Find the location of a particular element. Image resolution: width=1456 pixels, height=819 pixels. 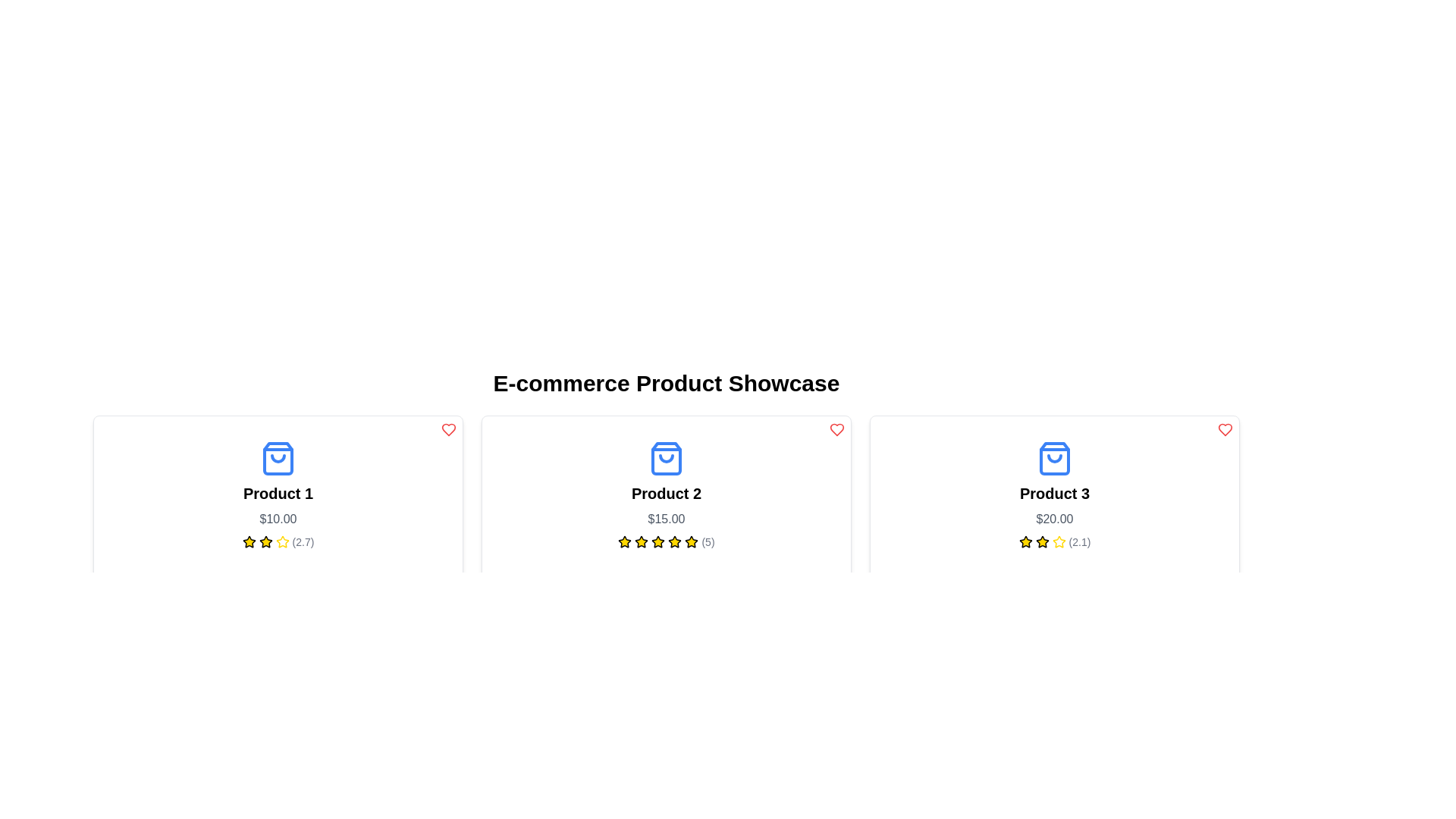

the fifth gold-colored star icon in the five-star rating system for 'Product 2', located below the product details is located at coordinates (691, 541).